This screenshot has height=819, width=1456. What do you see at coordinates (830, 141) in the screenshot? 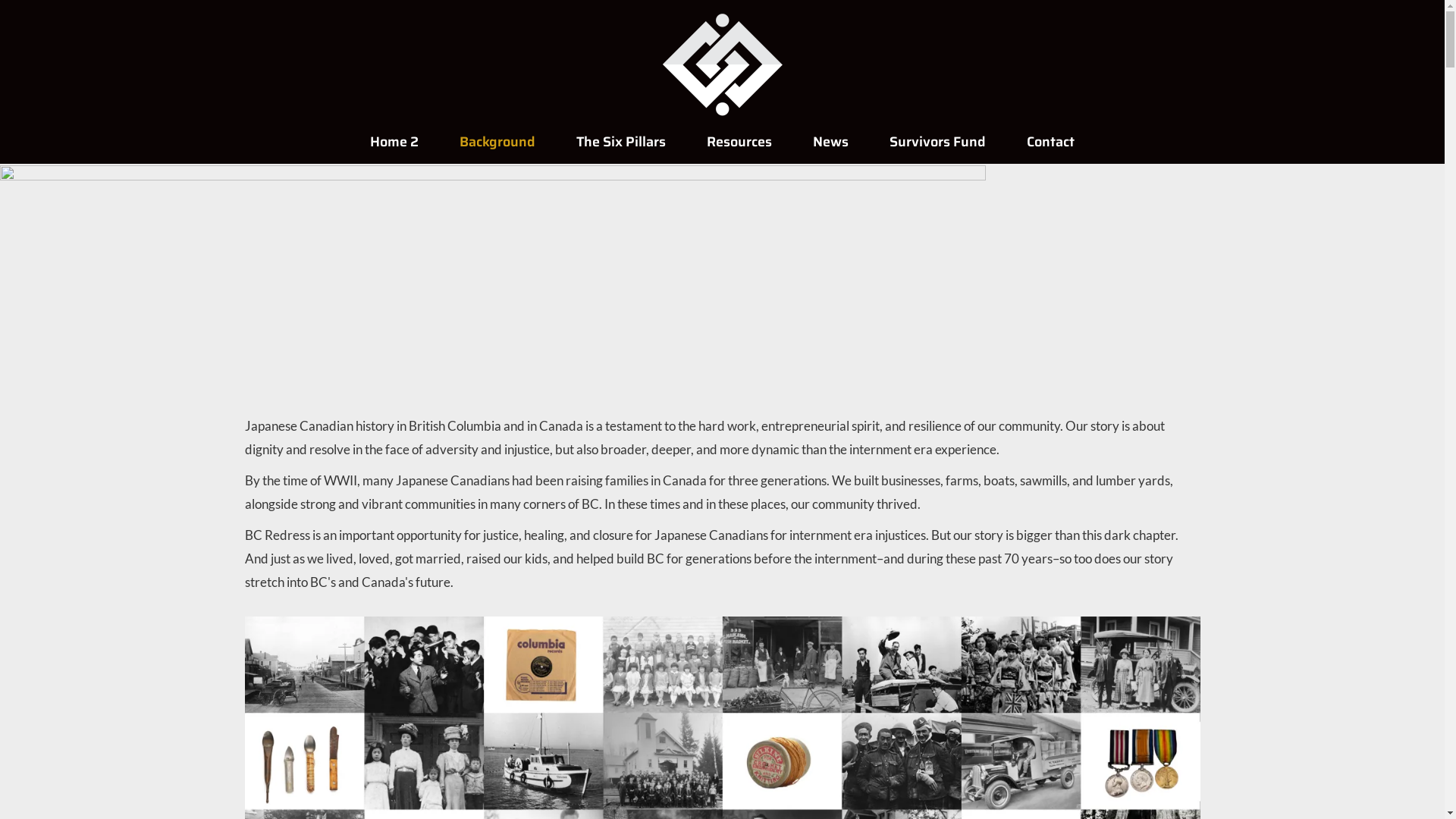
I see `'News'` at bounding box center [830, 141].